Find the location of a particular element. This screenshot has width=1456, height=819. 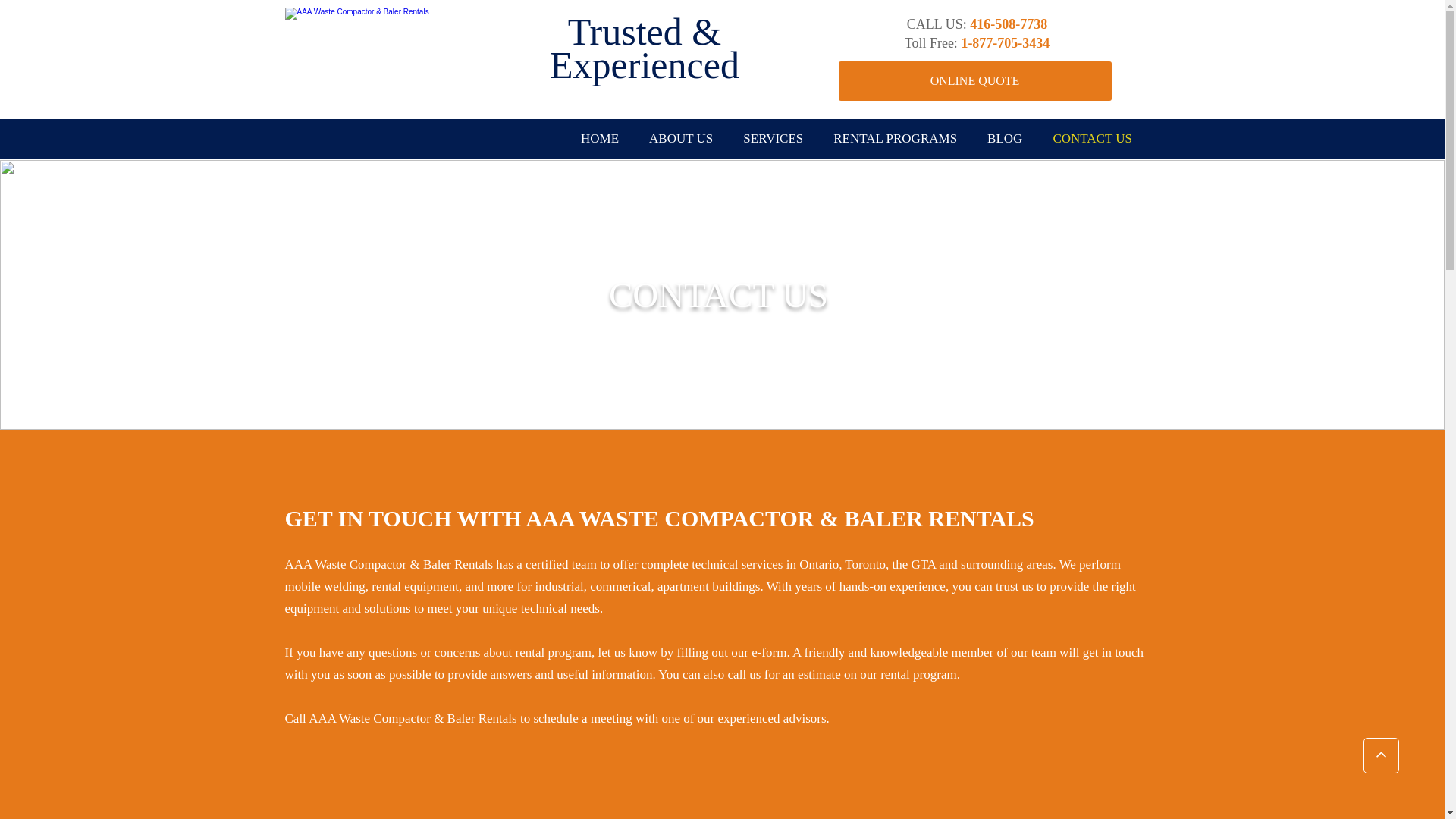

'1-877-705-3434' is located at coordinates (1005, 44).